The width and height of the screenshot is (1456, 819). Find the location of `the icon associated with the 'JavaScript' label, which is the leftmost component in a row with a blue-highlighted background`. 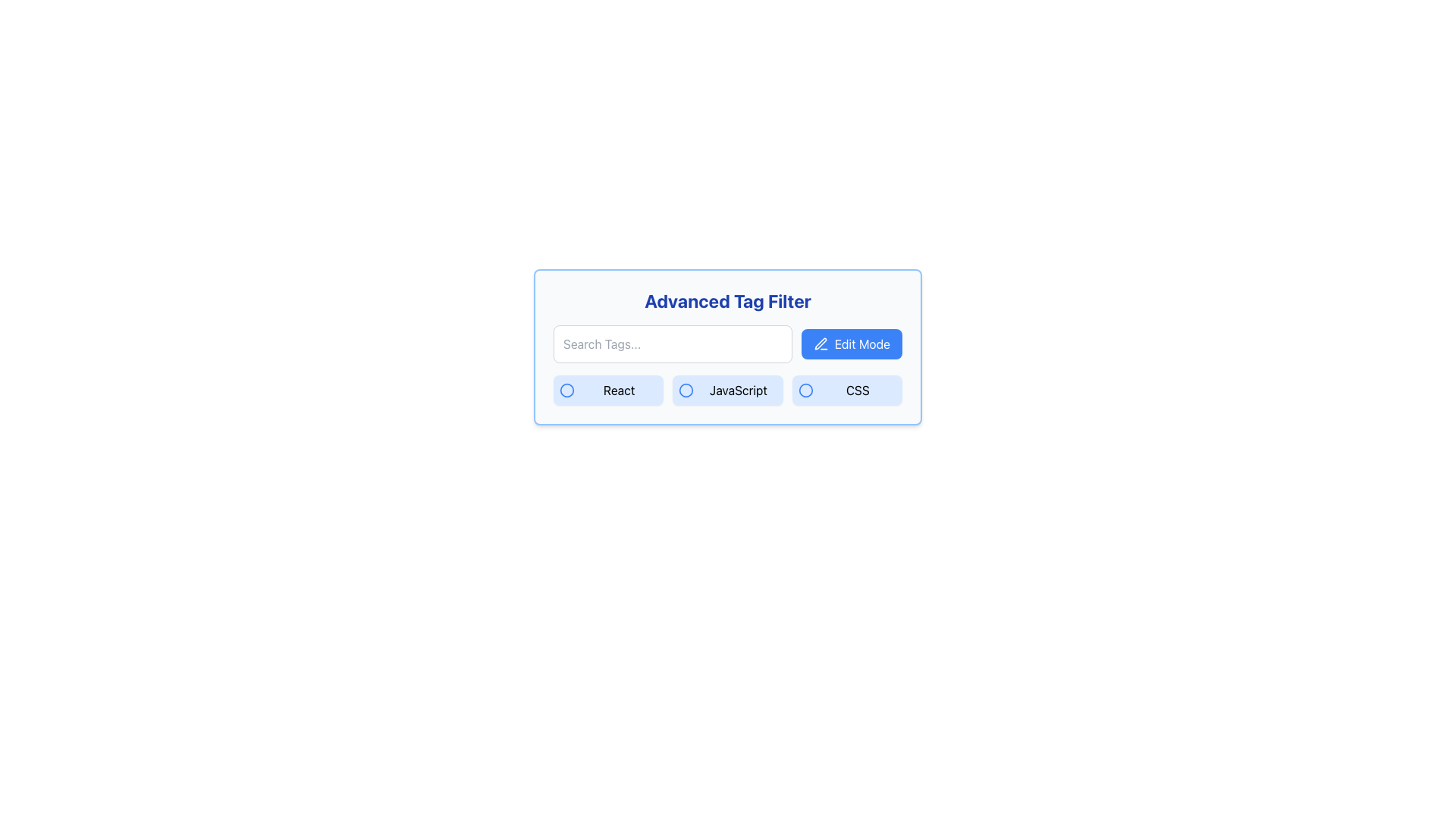

the icon associated with the 'JavaScript' label, which is the leftmost component in a row with a blue-highlighted background is located at coordinates (686, 390).